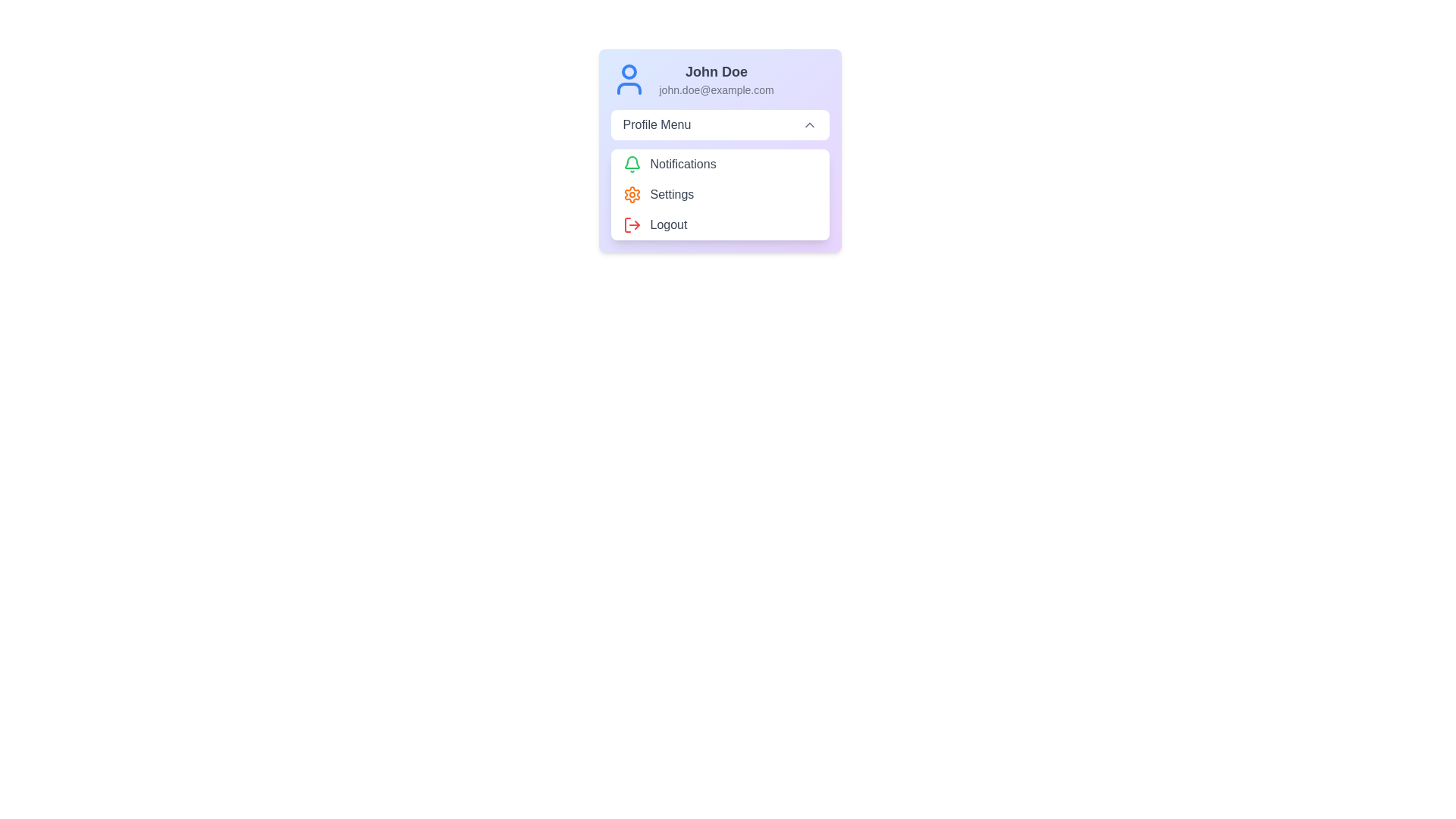  What do you see at coordinates (719, 164) in the screenshot?
I see `the notifications button located in the dropdown profile menu, which is positioned beneath the user name and email, and above the 'Settings' and 'Logout' items` at bounding box center [719, 164].